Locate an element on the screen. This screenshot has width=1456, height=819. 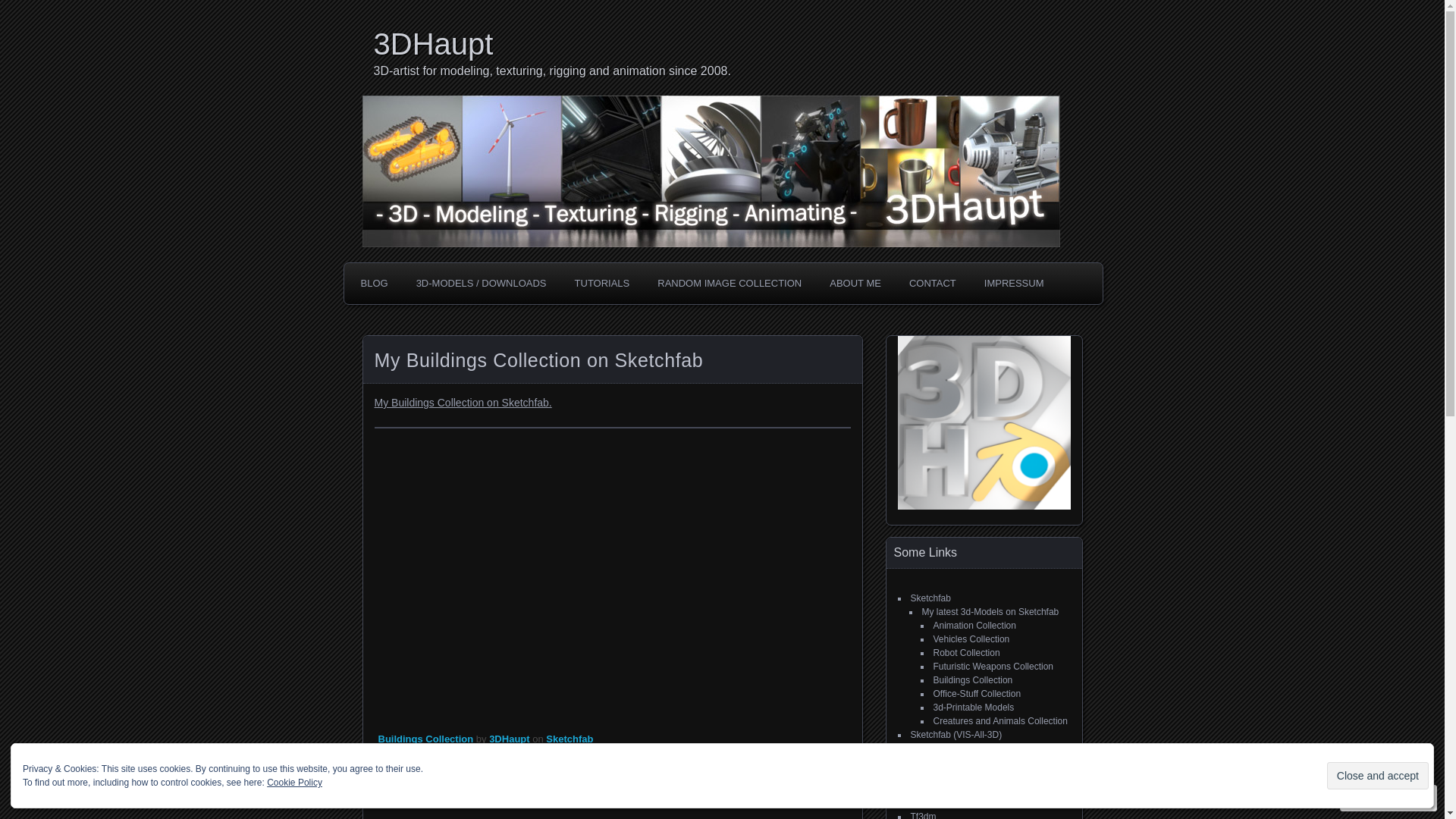
'3D-MODELS / DOWNLOADS' is located at coordinates (480, 284).